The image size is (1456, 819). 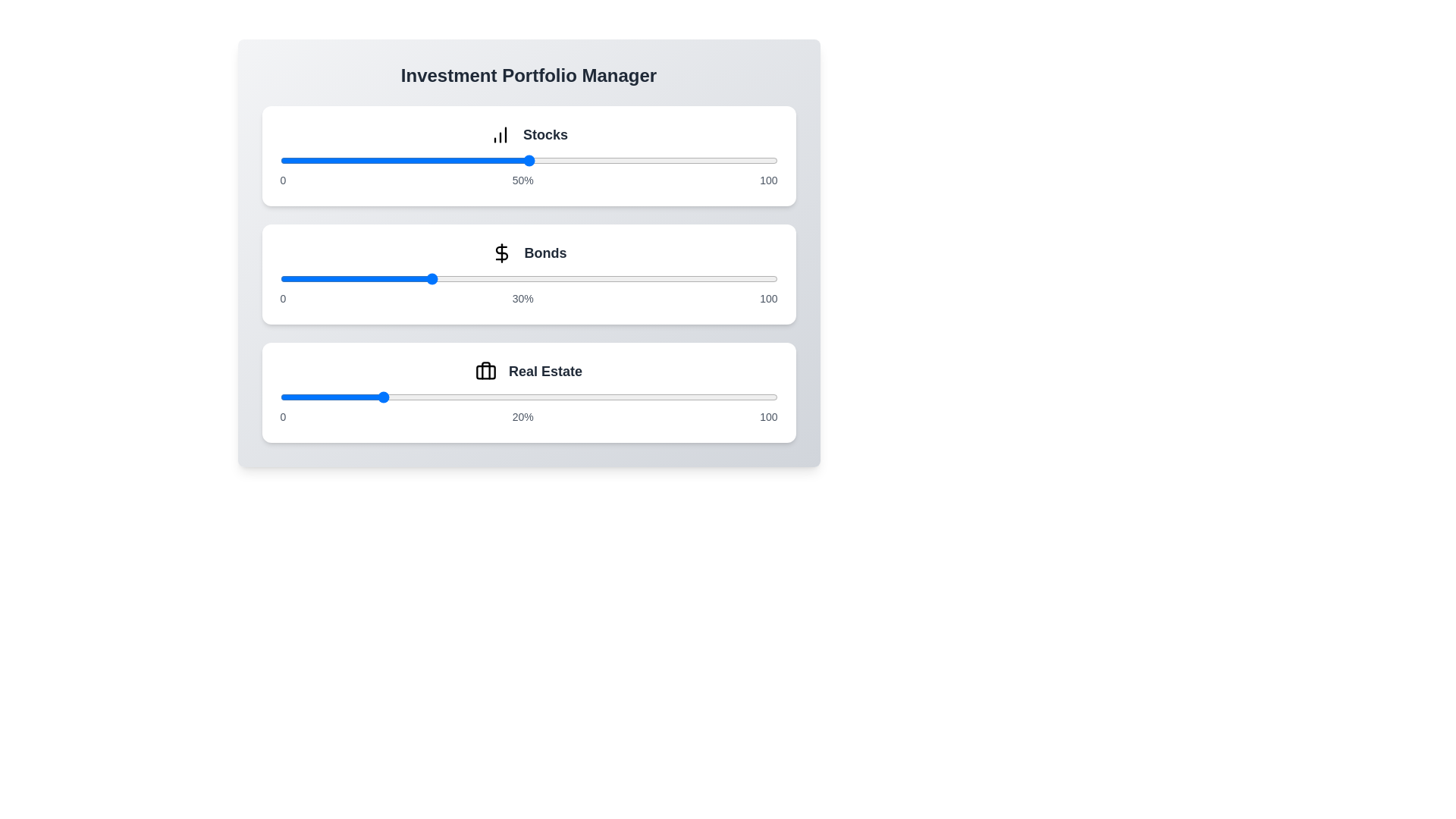 I want to click on the slider for Stocks, so click(x=529, y=161).